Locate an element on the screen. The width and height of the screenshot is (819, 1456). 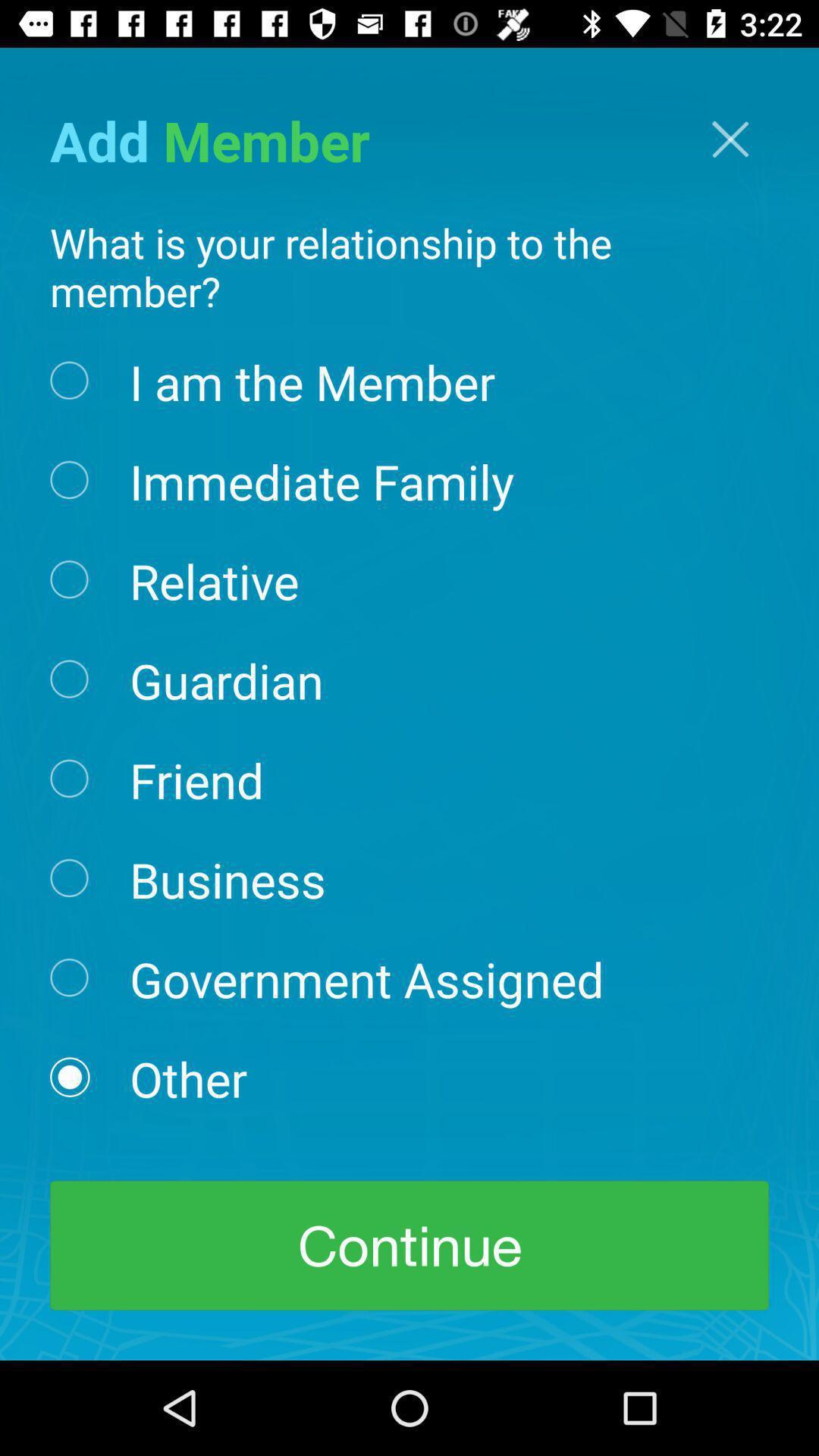
the item below i am the is located at coordinates (321, 479).